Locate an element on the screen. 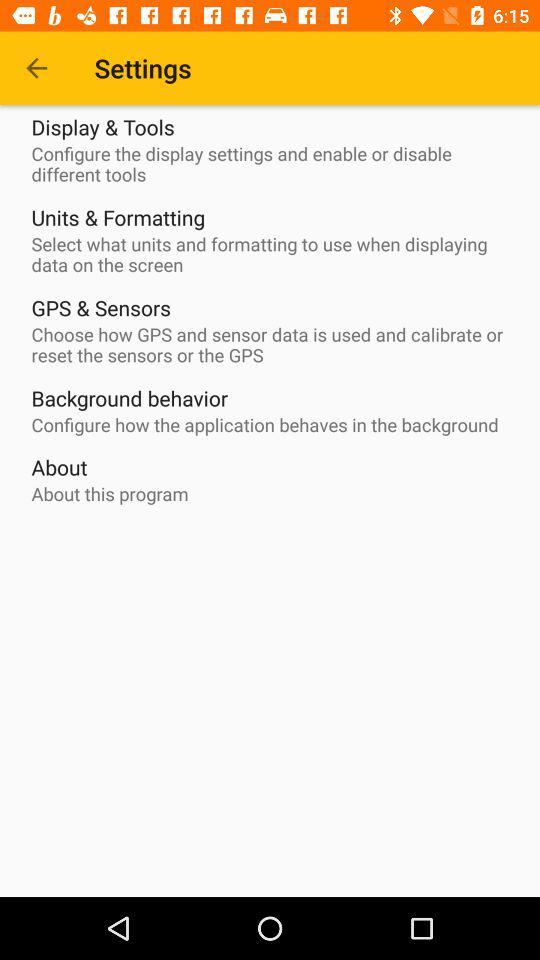 The width and height of the screenshot is (540, 960). choose how gps is located at coordinates (274, 345).